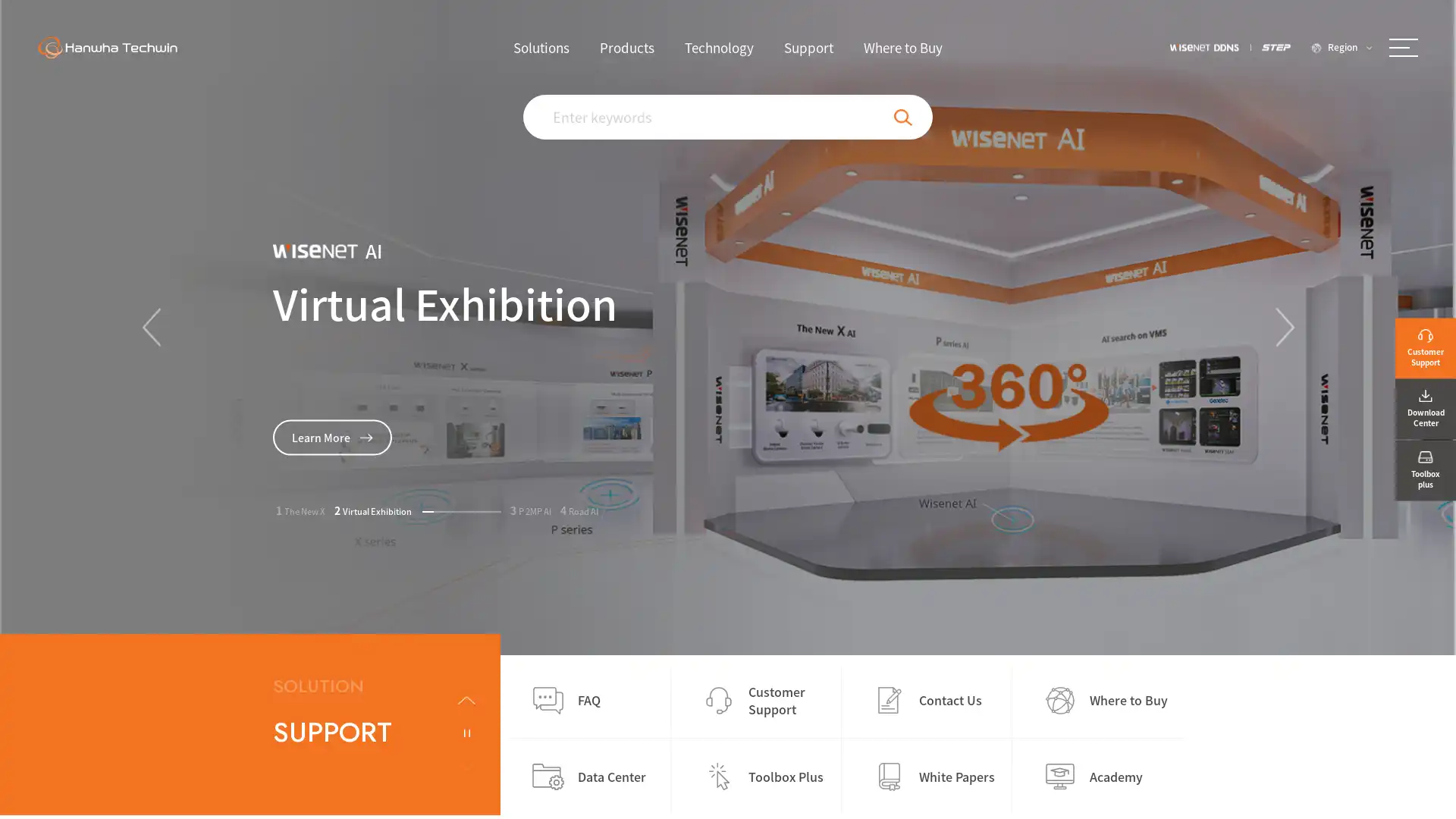  Describe the element at coordinates (530, 511) in the screenshot. I see `Go to slide 3` at that location.